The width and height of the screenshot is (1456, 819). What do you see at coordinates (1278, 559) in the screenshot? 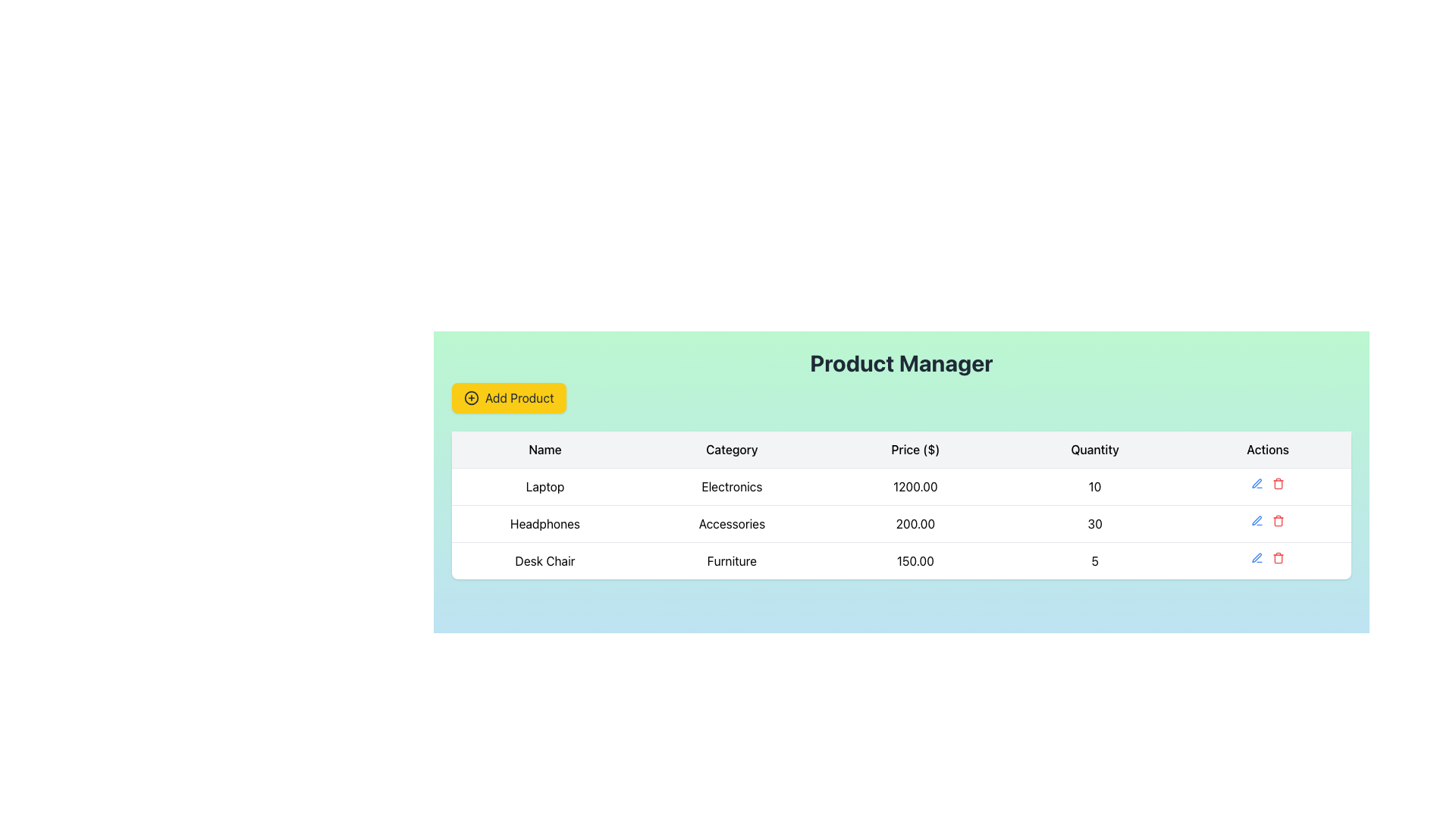
I see `trash bin icon element in the third row of the table under the 'Actions' column corresponding to the product 'Desk Chair' using developer tools` at bounding box center [1278, 559].